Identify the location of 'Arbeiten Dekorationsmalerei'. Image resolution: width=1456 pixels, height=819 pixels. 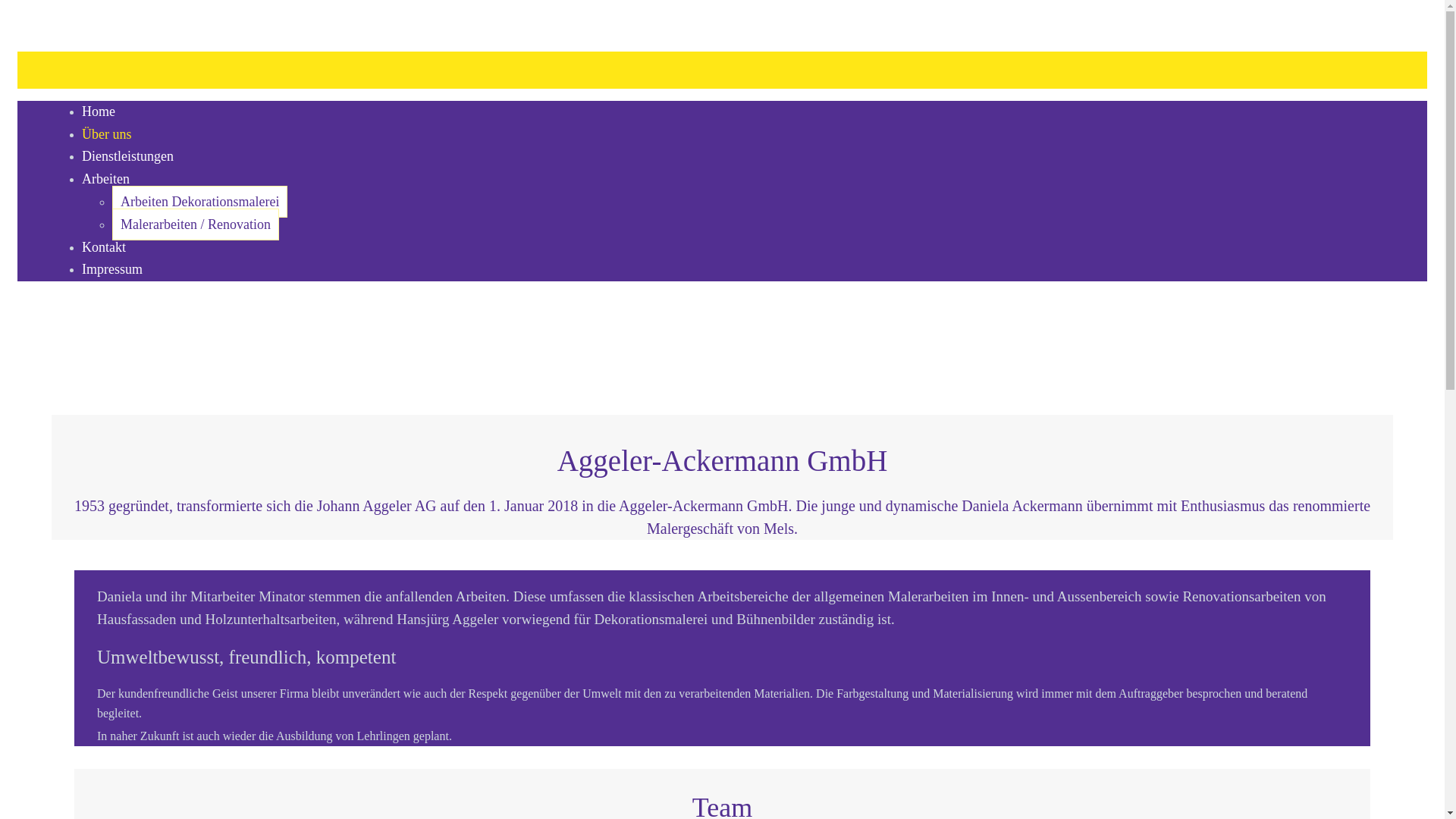
(111, 201).